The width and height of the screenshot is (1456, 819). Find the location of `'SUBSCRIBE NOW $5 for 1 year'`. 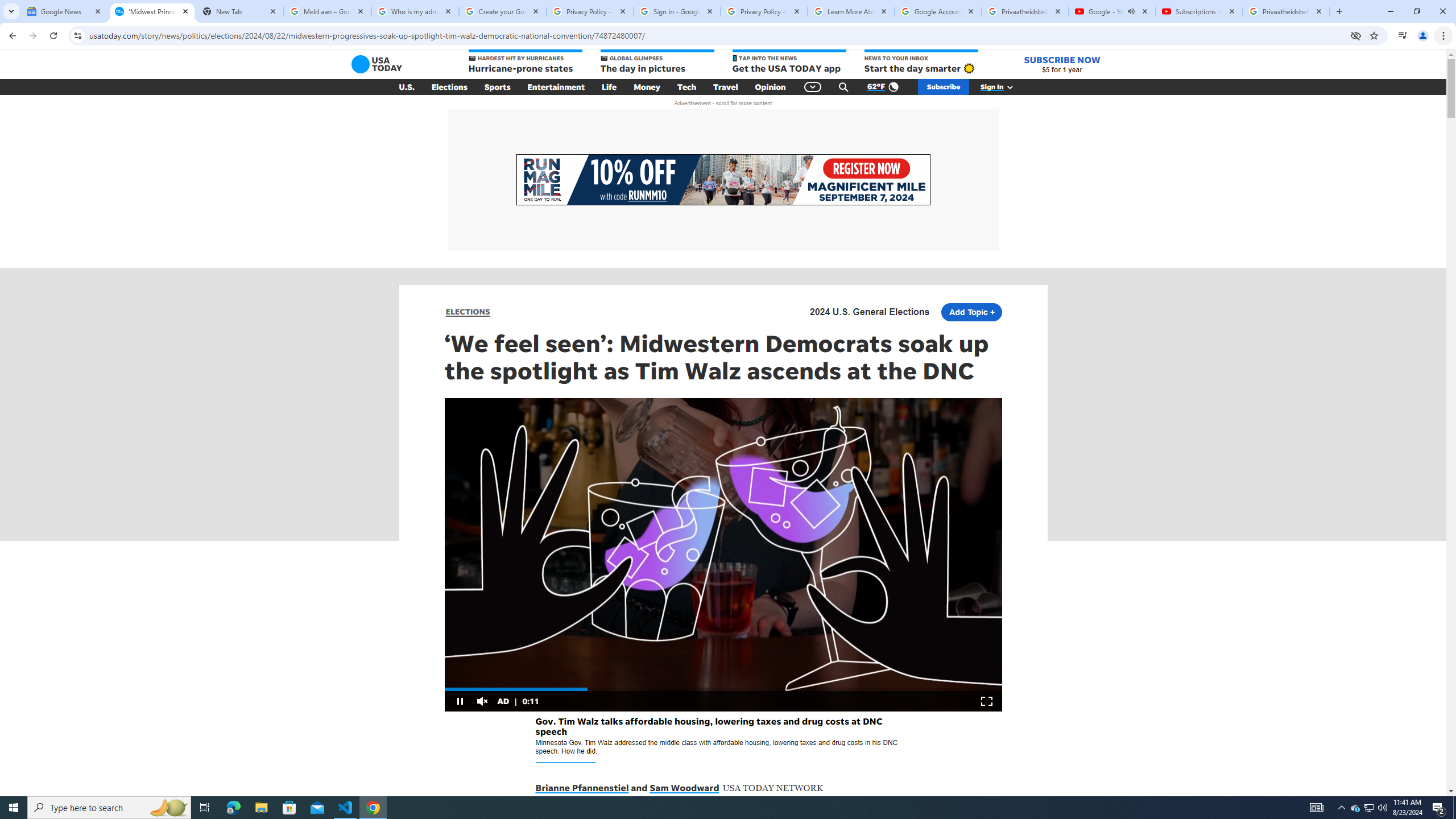

'SUBSCRIBE NOW $5 for 1 year' is located at coordinates (1062, 64).